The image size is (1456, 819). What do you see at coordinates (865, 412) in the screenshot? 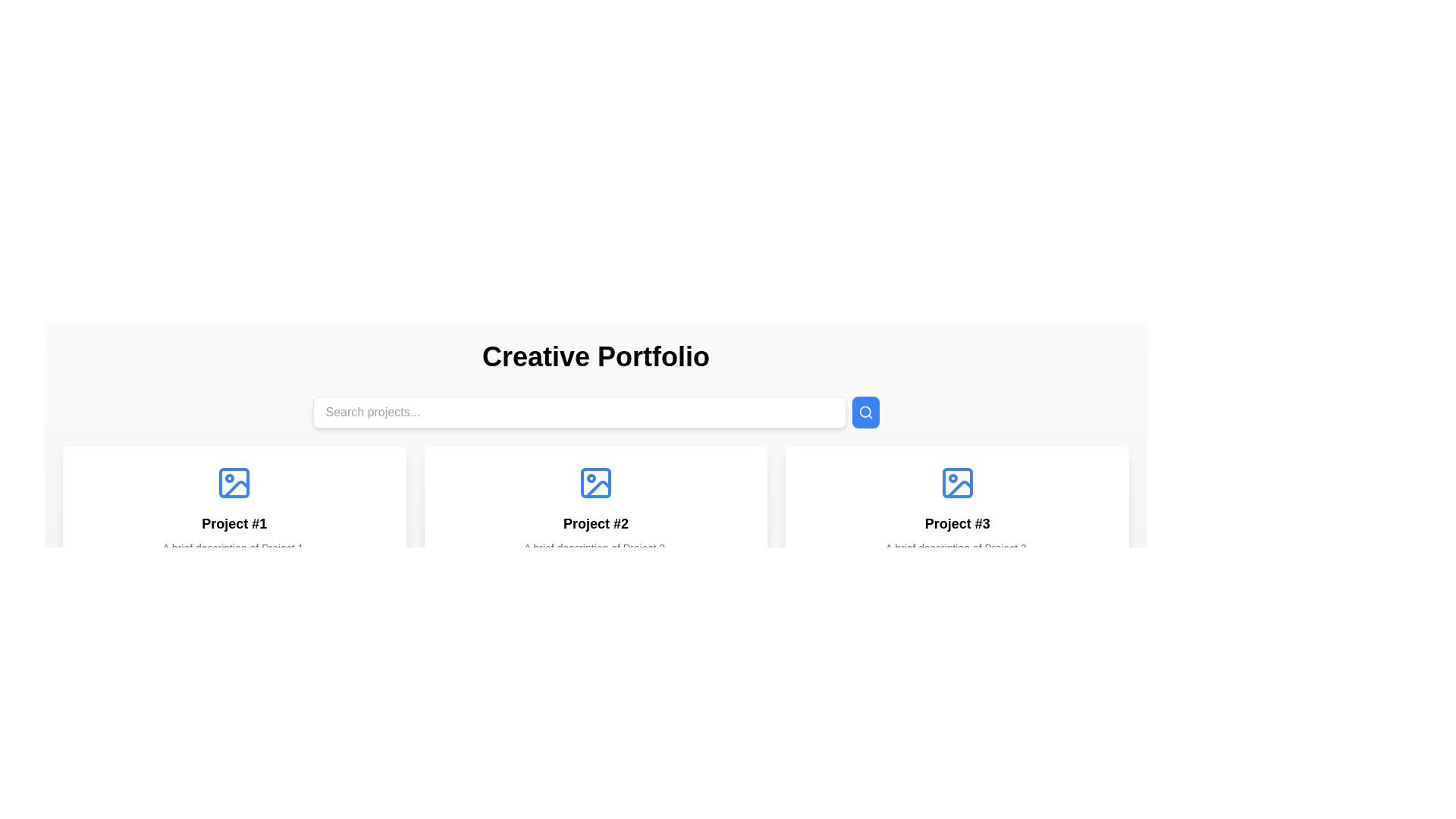
I see `the search button located near the right edge of the horizontal bar containing the search input field to initiate a search operation` at bounding box center [865, 412].